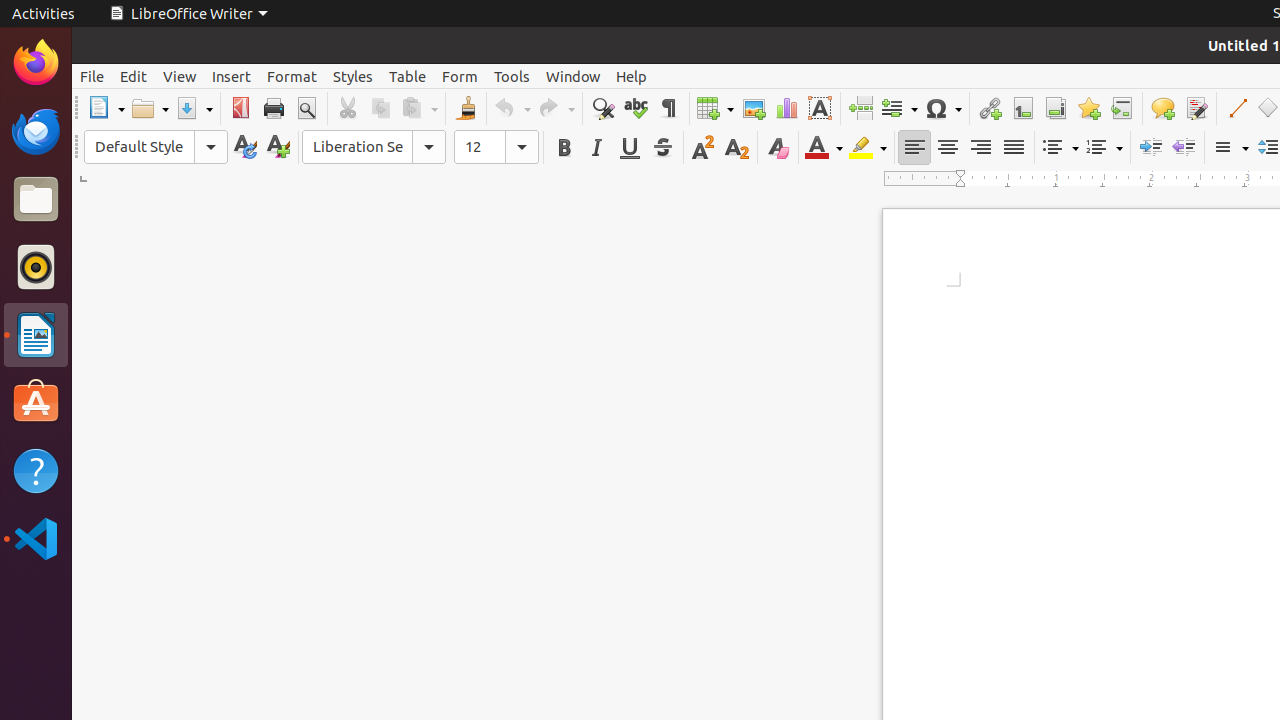 The image size is (1280, 720). Describe the element at coordinates (595, 146) in the screenshot. I see `'Italic'` at that location.